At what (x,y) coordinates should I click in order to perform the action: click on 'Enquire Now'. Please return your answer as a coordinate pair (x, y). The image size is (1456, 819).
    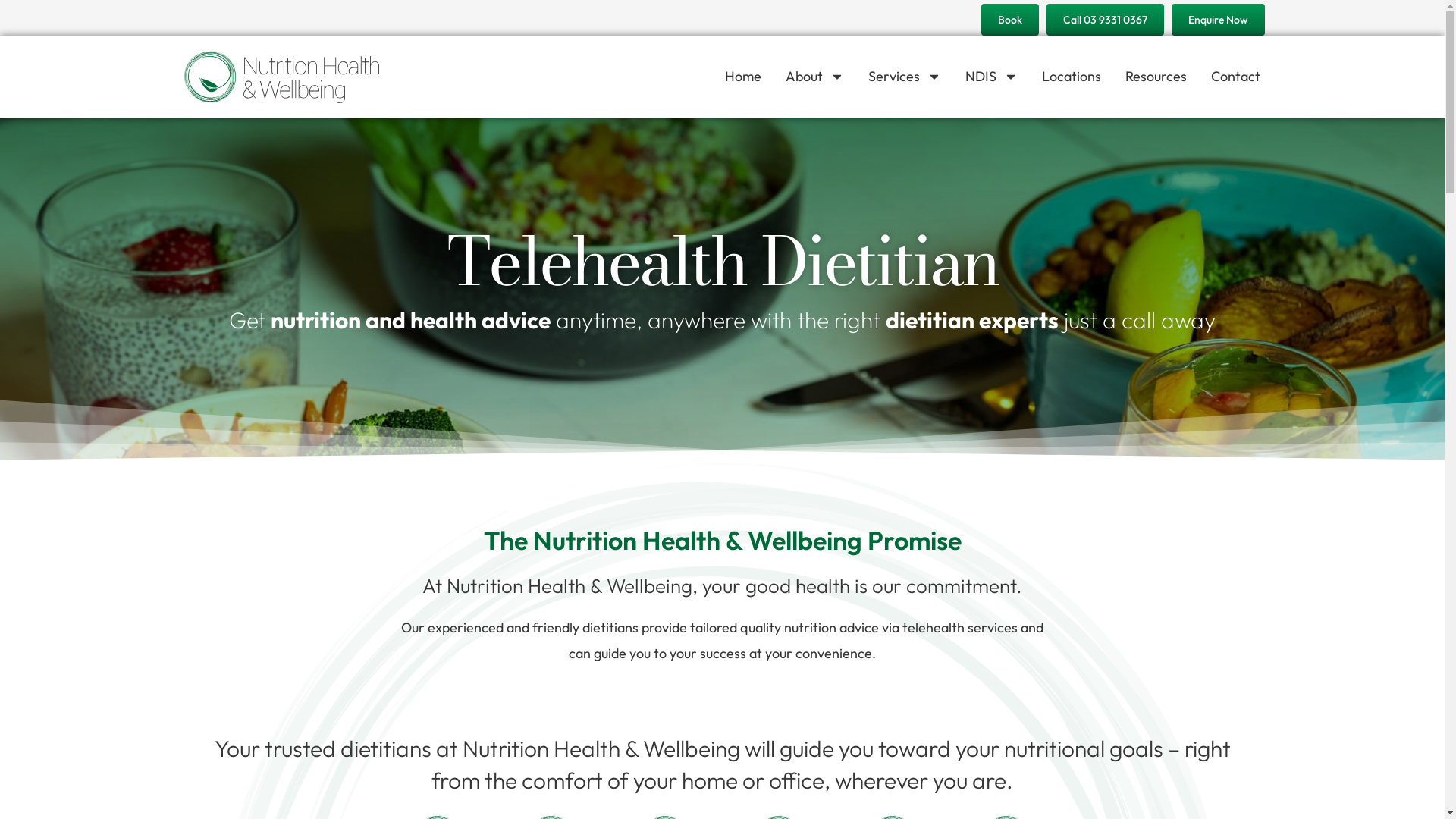
    Looking at the image, I should click on (1217, 20).